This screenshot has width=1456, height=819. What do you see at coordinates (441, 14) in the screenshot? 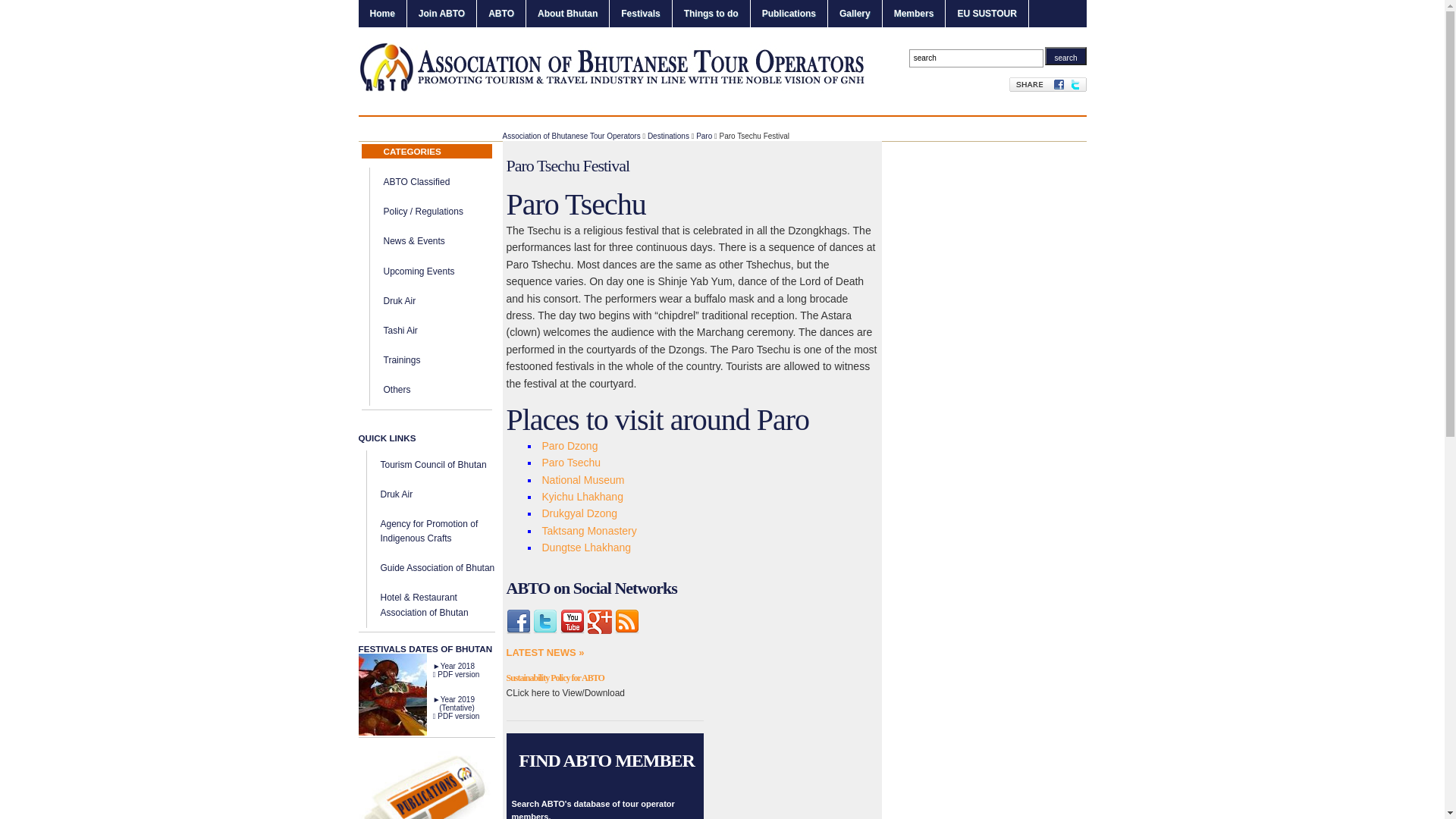
I see `'Join ABTO'` at bounding box center [441, 14].